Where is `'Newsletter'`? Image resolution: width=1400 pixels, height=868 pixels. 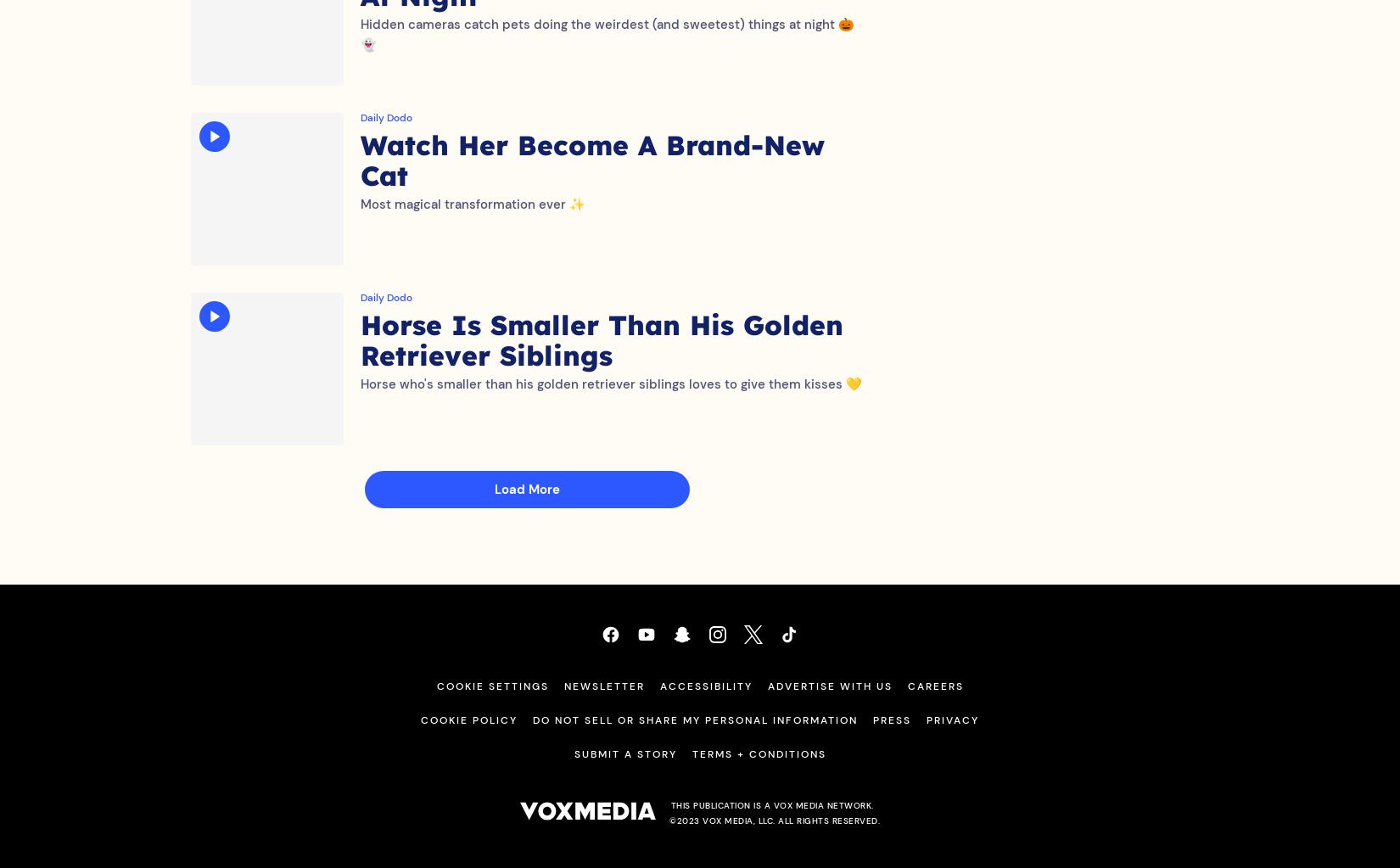
'Newsletter' is located at coordinates (602, 703).